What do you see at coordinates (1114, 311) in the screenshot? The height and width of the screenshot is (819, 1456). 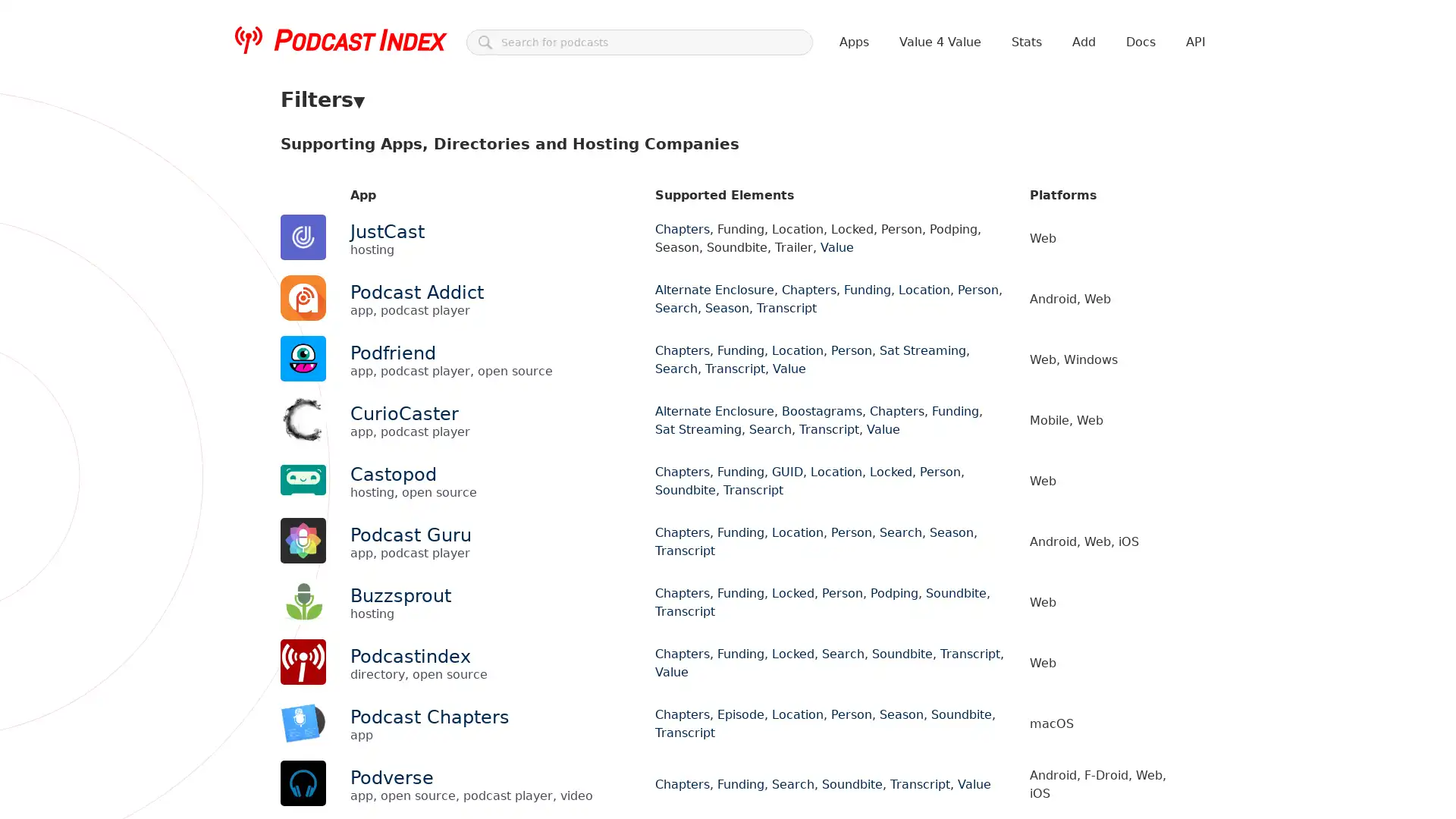 I see `Umbrel` at bounding box center [1114, 311].